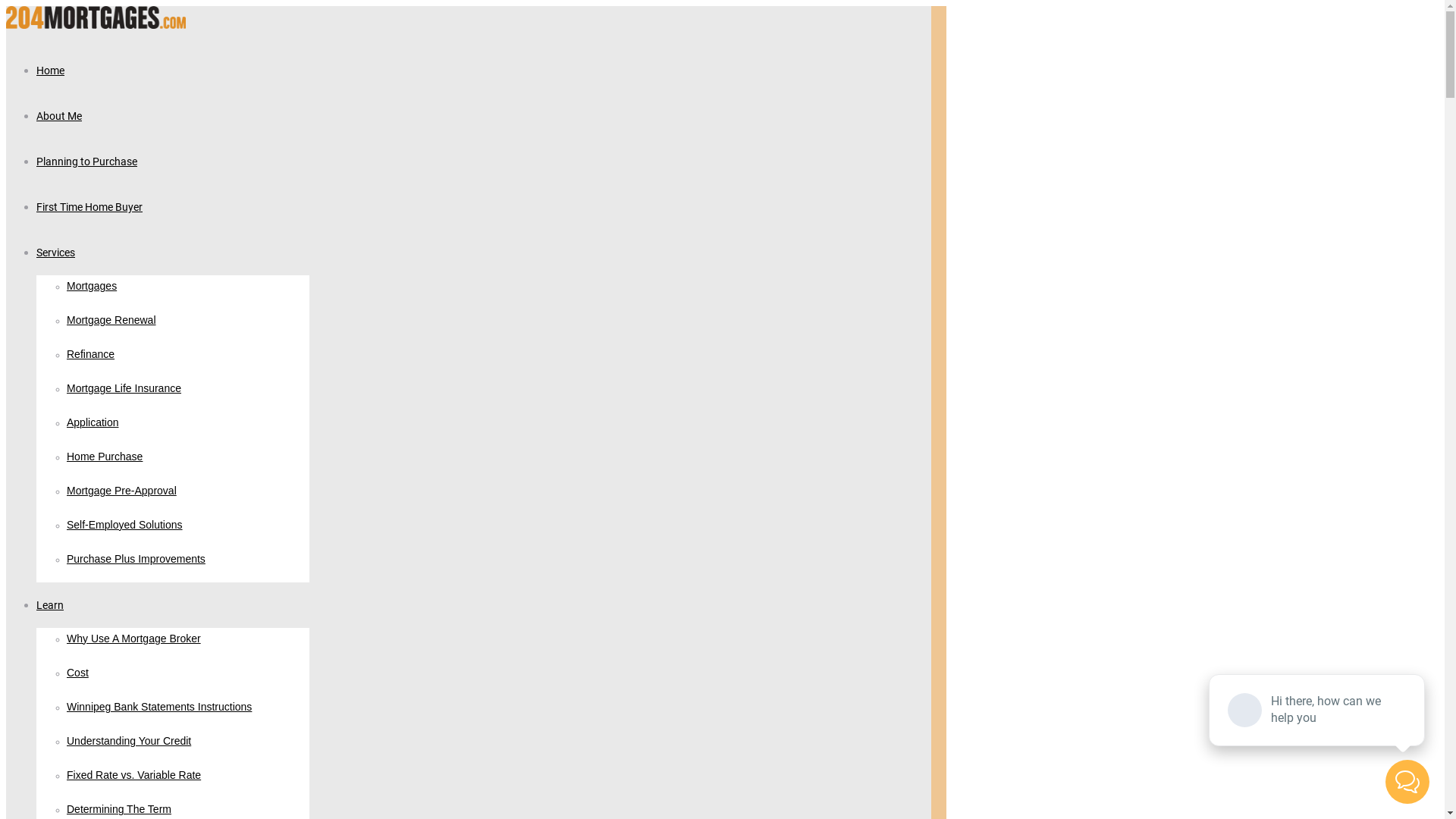 The width and height of the screenshot is (1456, 819). I want to click on 'About Me', so click(58, 115).